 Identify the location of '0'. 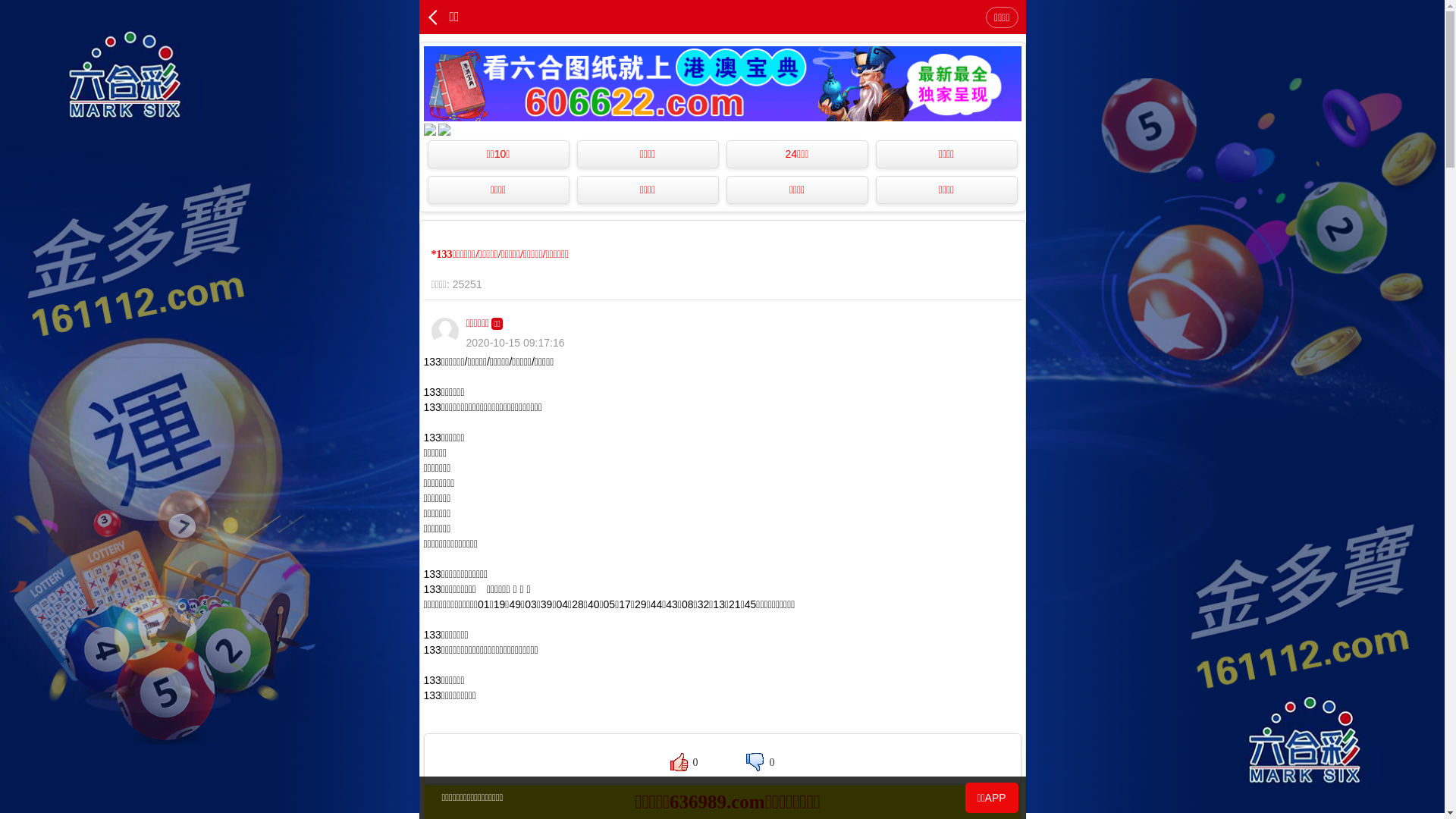
(683, 762).